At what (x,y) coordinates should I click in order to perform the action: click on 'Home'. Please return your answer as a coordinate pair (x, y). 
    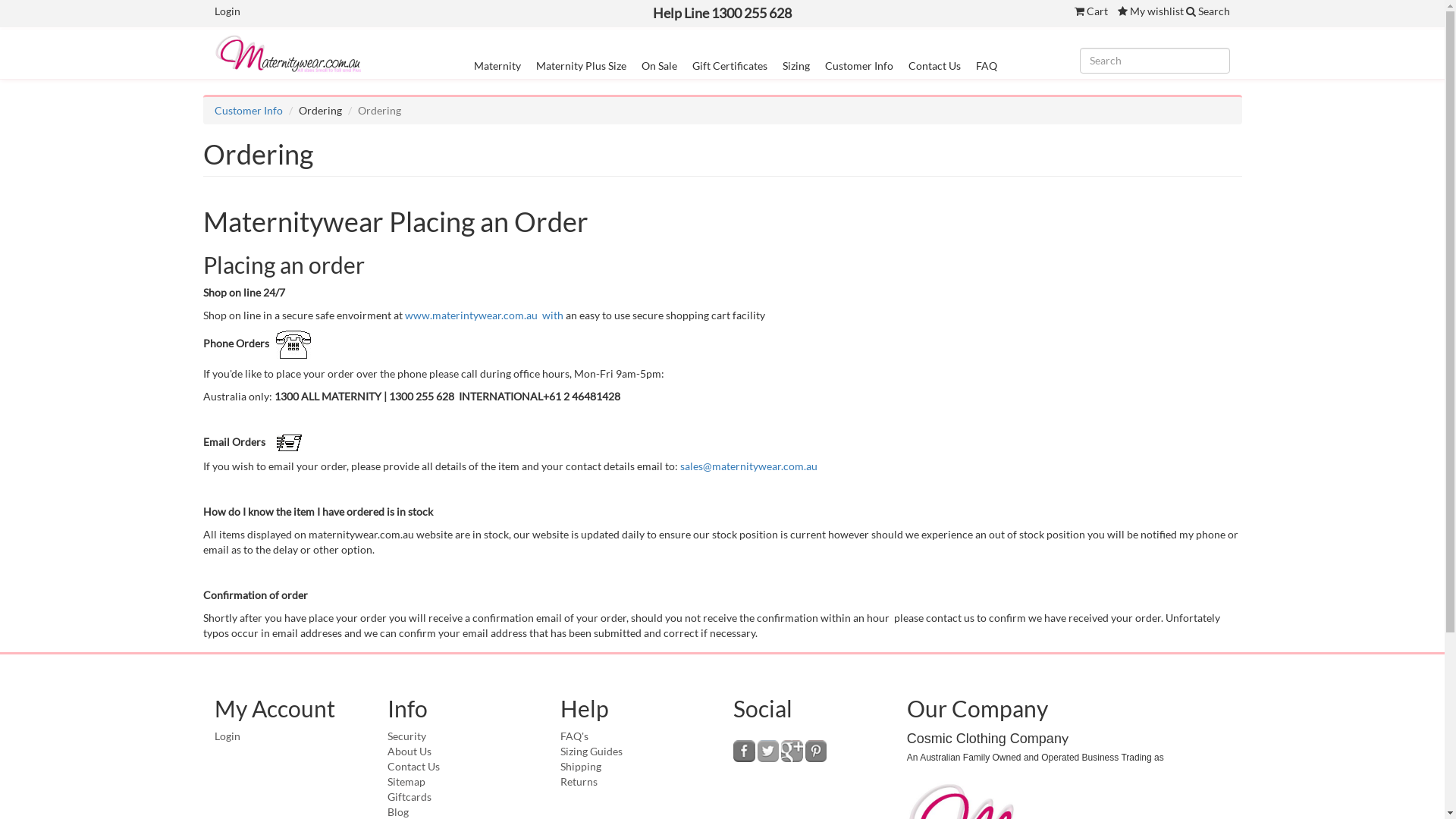
    Looking at the image, I should click on (294, 52).